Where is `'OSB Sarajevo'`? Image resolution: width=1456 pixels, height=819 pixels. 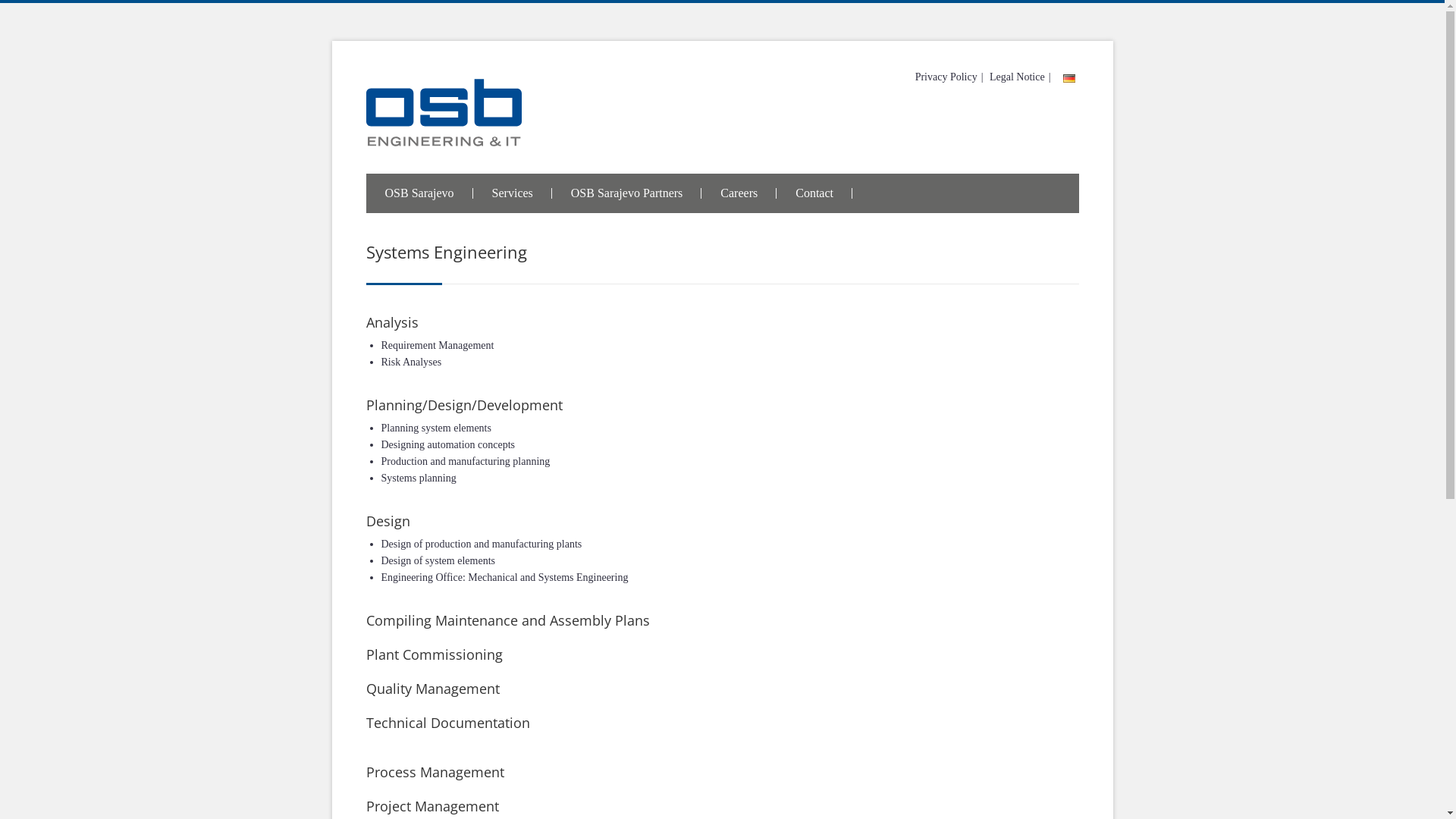
'OSB Sarajevo' is located at coordinates (419, 192).